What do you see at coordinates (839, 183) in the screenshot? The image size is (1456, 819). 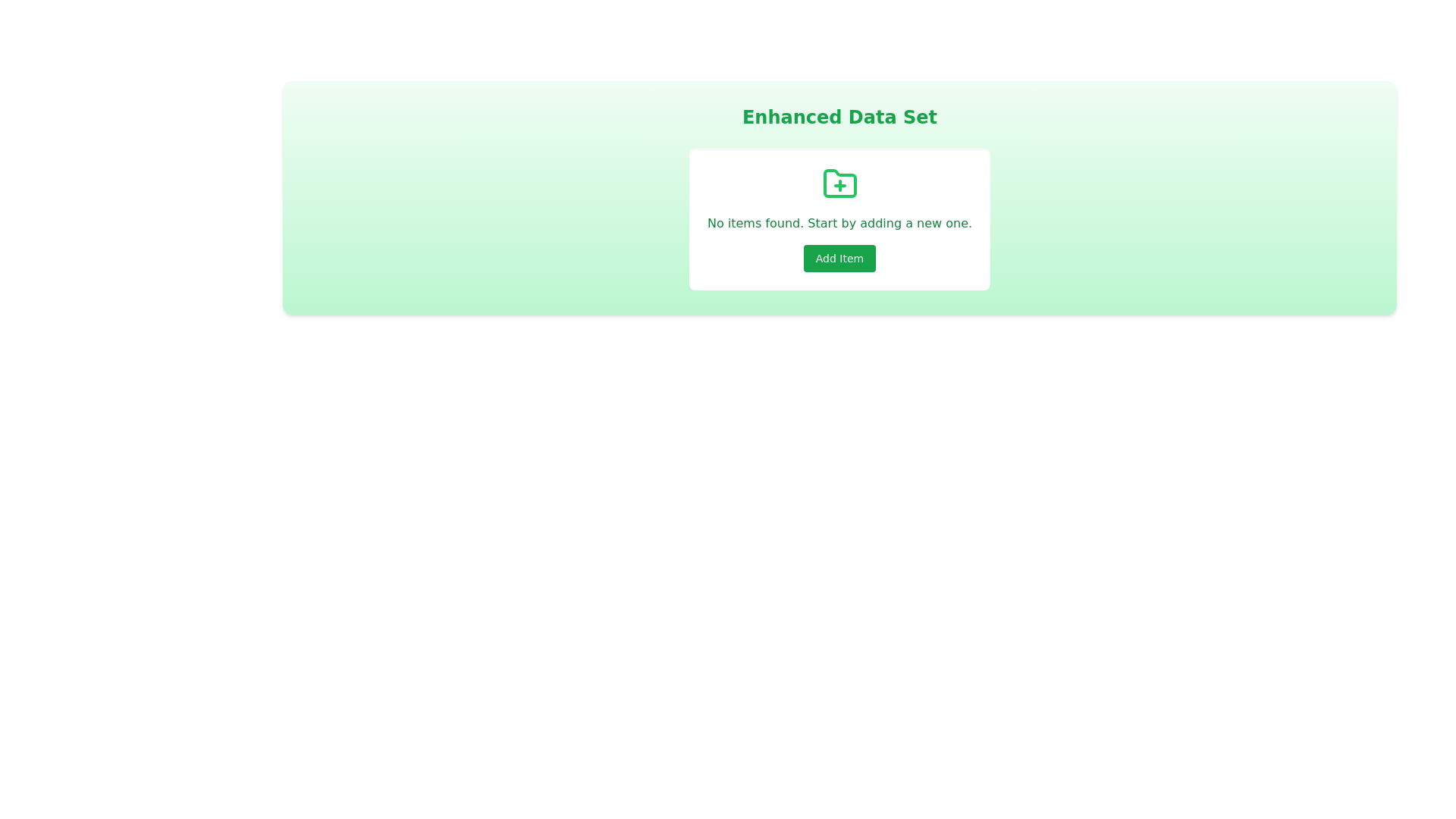 I see `the green folder icon with a plus sign, which is located at the center of the interface and represents addition or creation` at bounding box center [839, 183].